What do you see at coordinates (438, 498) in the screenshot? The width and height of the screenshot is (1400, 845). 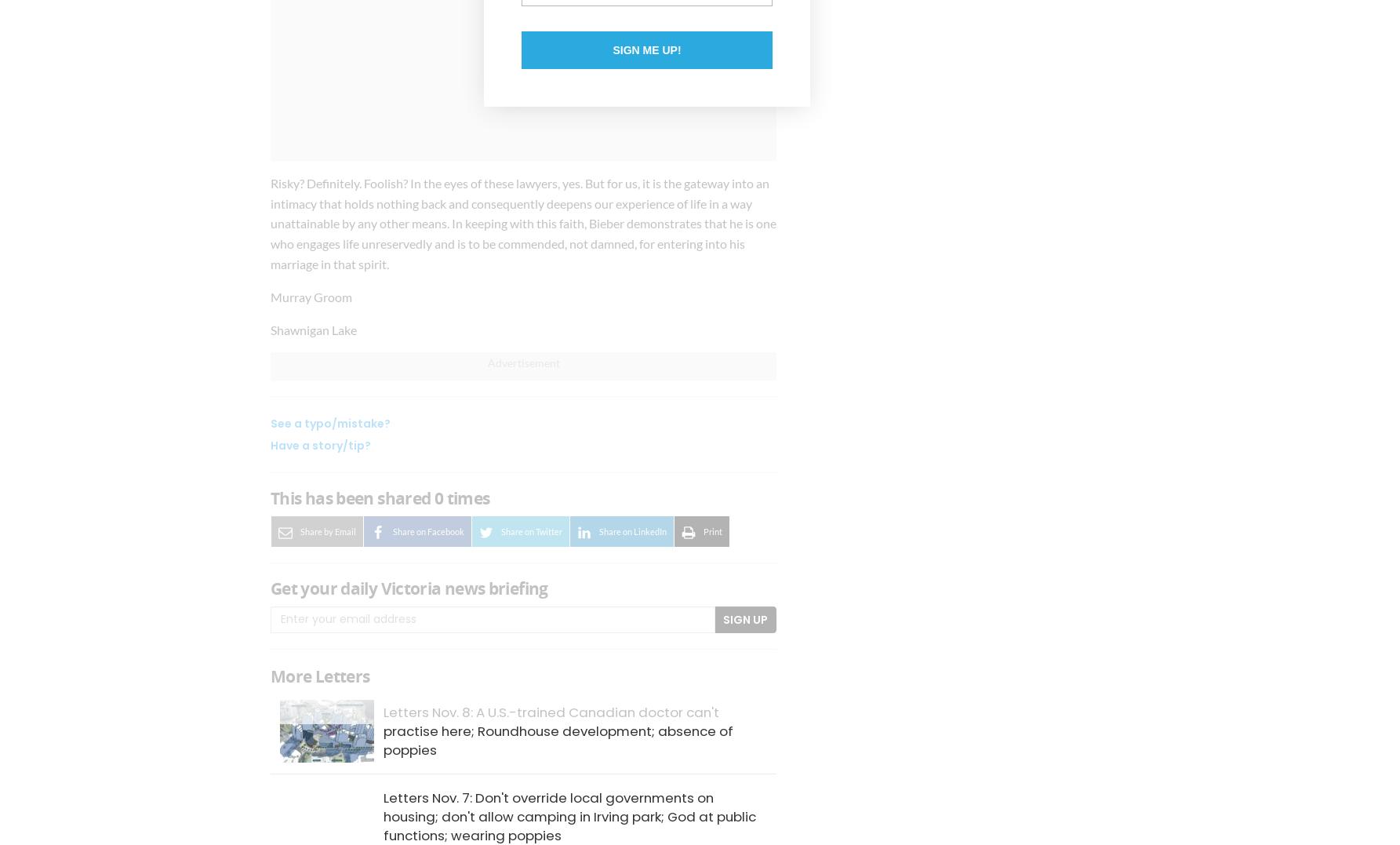 I see `'0'` at bounding box center [438, 498].